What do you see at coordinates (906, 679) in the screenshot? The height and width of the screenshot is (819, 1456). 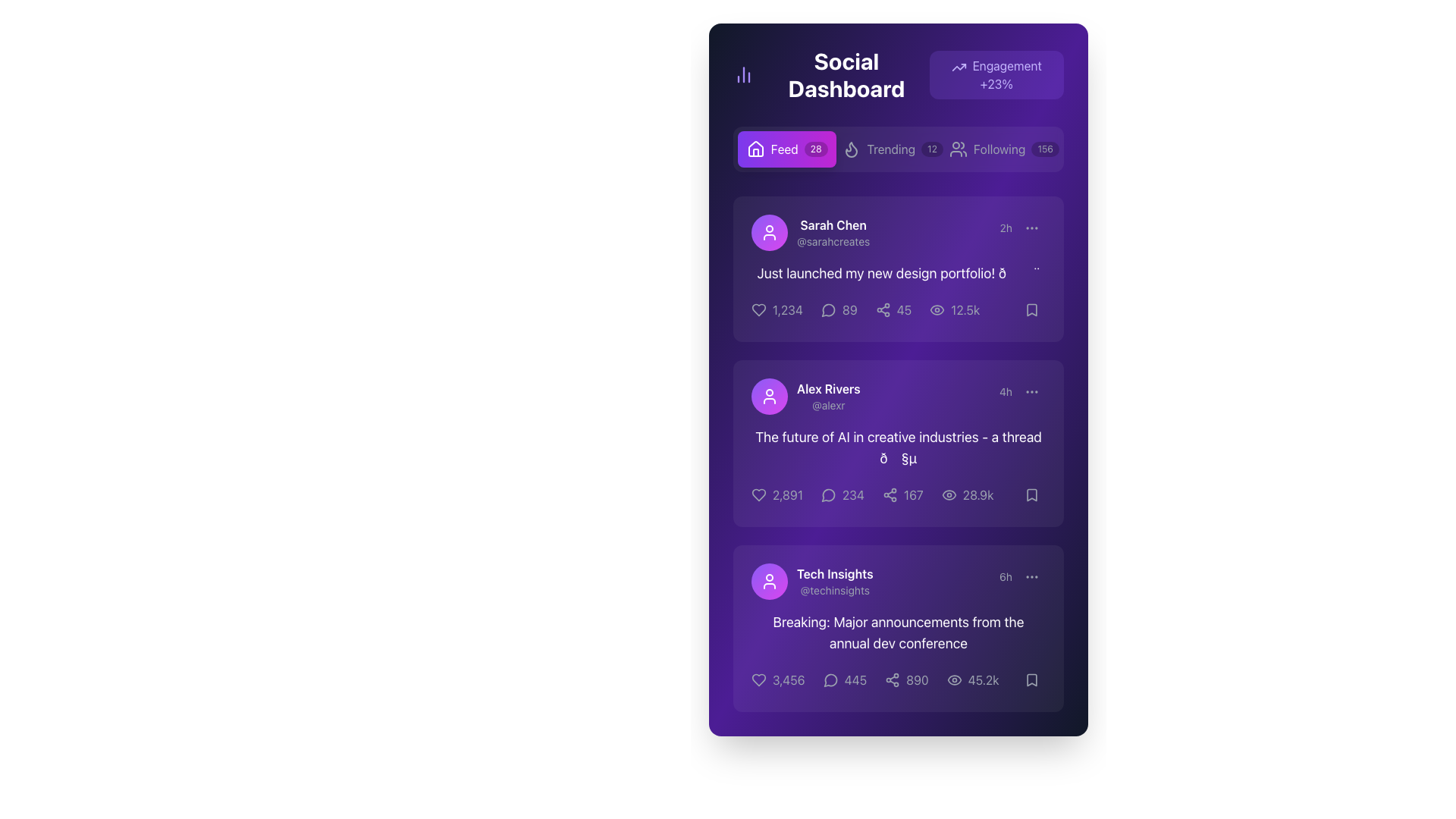 I see `the share button located at the bottom of the 'Tech Insights' post card, which is the third element in a row of interaction buttons` at bounding box center [906, 679].